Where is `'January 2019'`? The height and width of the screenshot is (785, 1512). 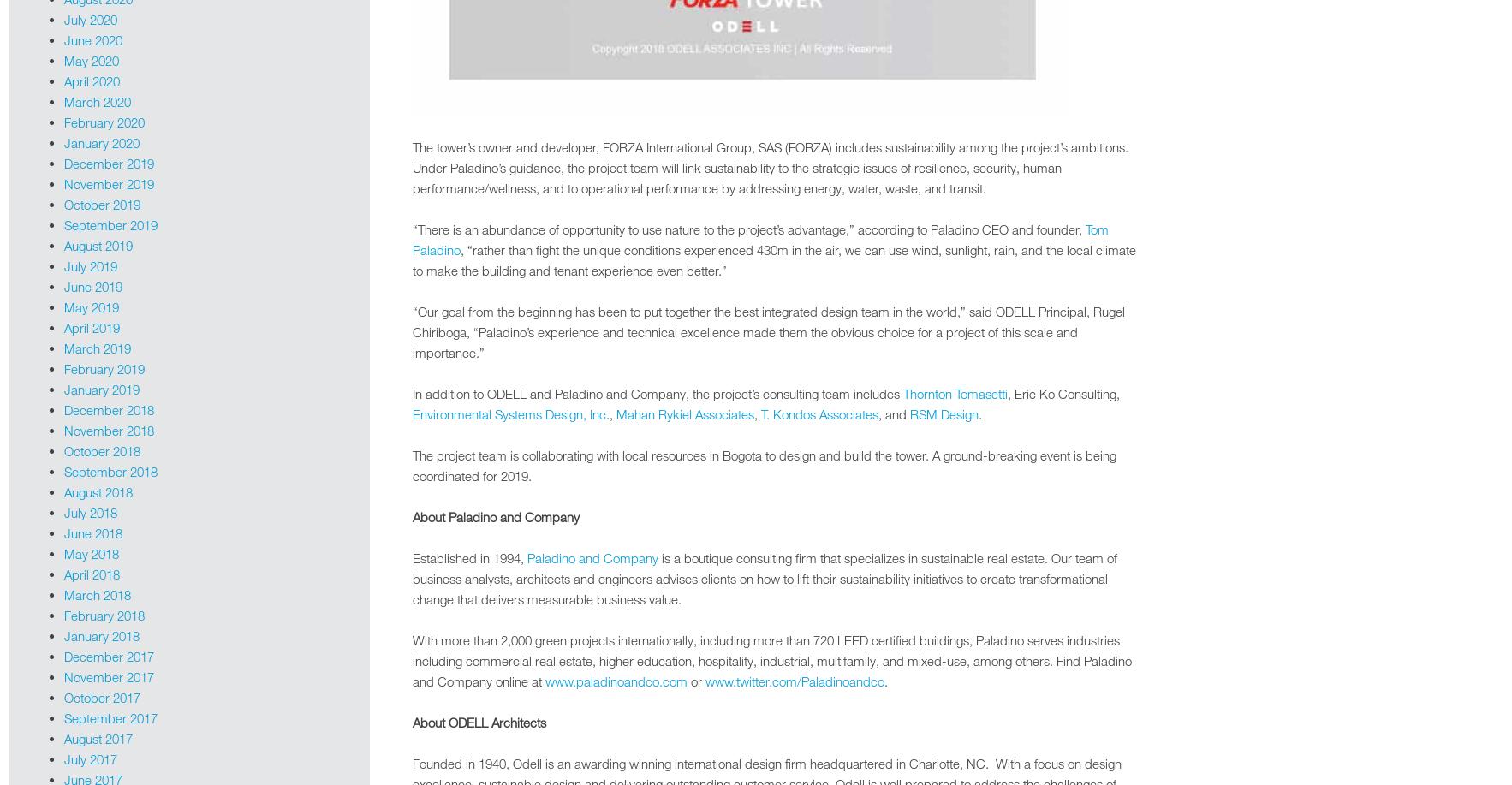
'January 2019' is located at coordinates (101, 389).